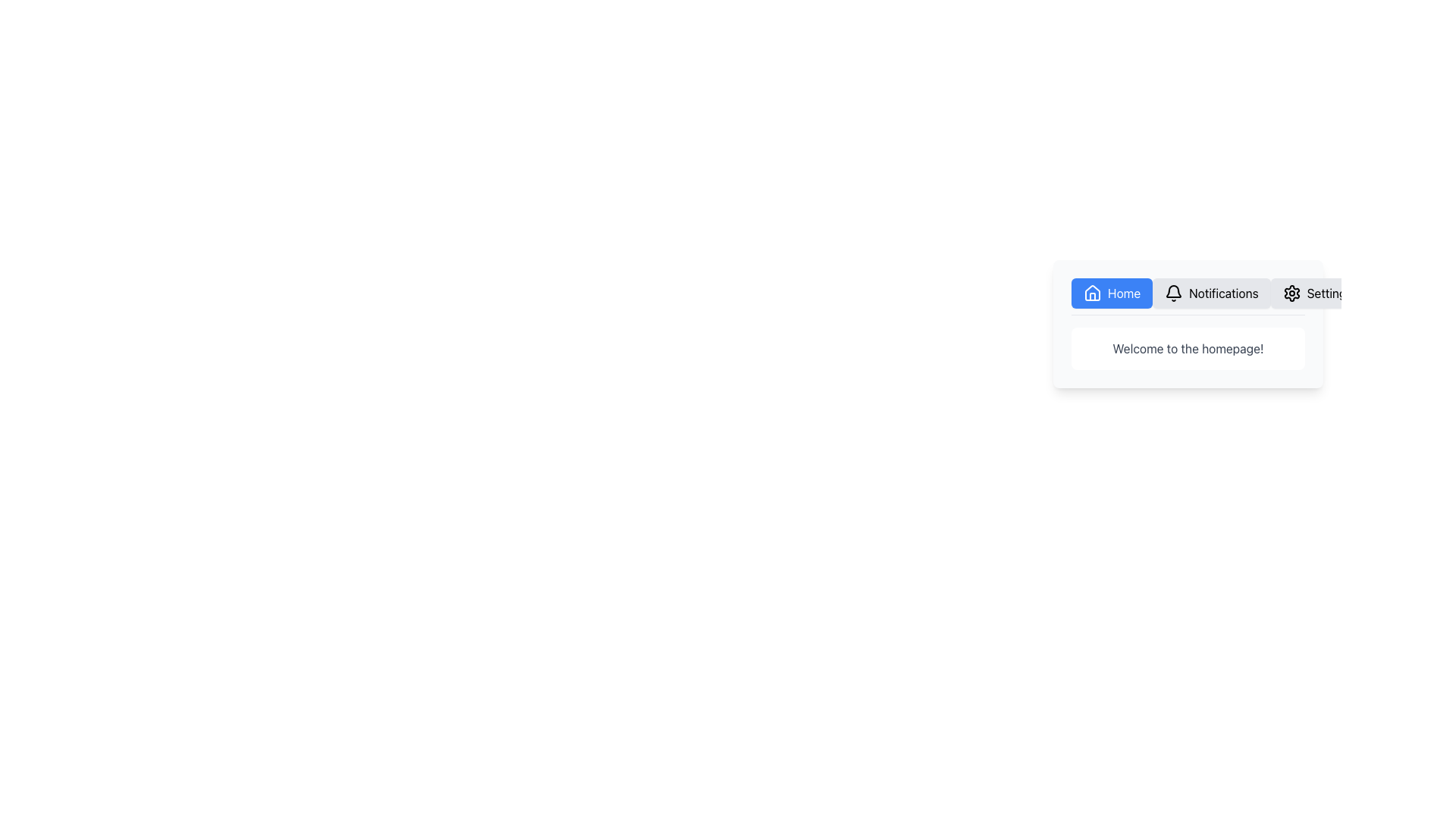  Describe the element at coordinates (1329, 293) in the screenshot. I see `the 'Settings' text label` at that location.